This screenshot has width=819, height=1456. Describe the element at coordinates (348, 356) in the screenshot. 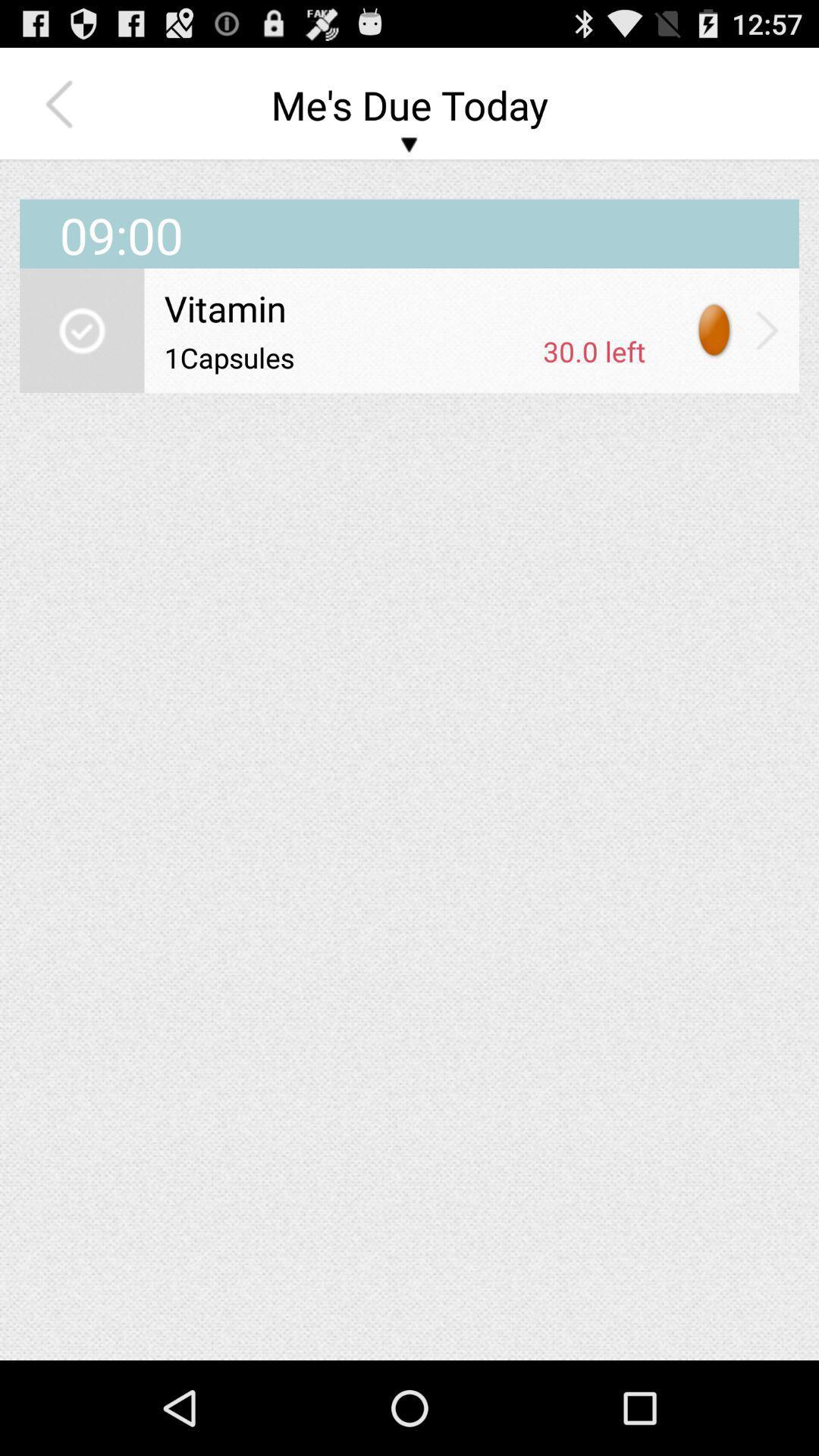

I see `app to the left of the 30.0 left` at that location.